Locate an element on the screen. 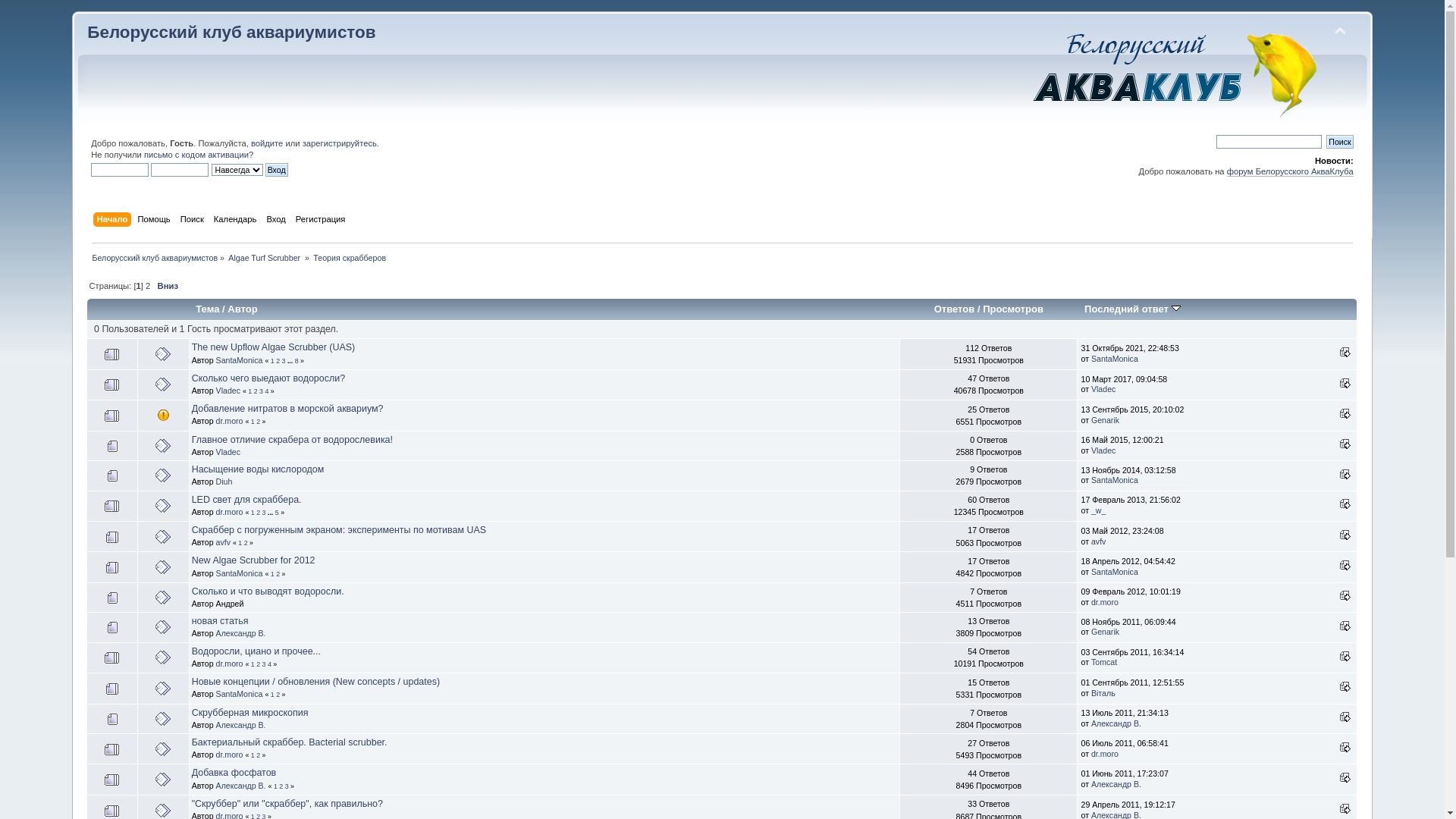 The width and height of the screenshot is (1456, 819). 'Vladec' is located at coordinates (1103, 450).